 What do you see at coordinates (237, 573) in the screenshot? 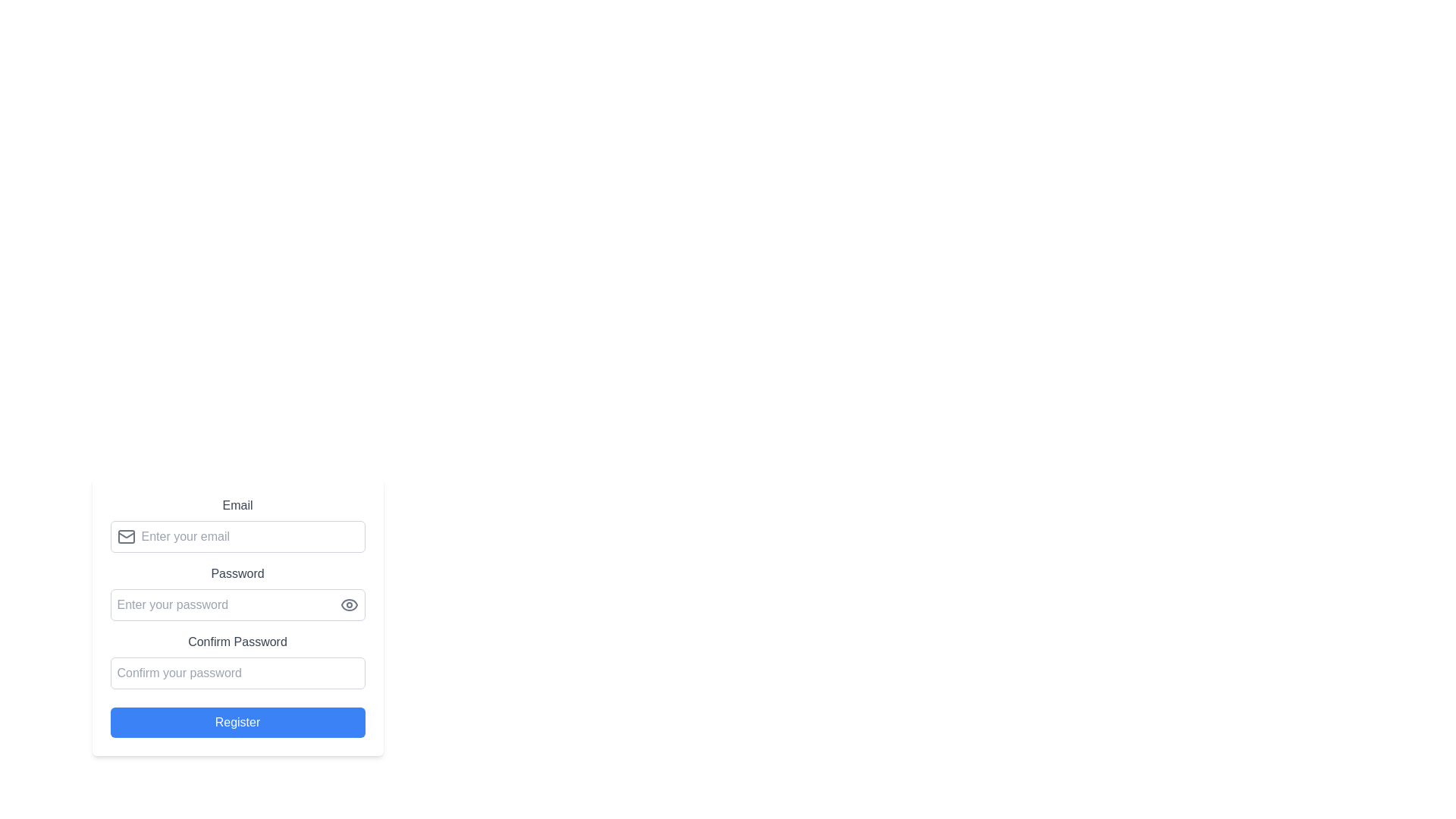
I see `text label that indicates the expected input for the password field, located above the password input field and its visibility toggle icon` at bounding box center [237, 573].